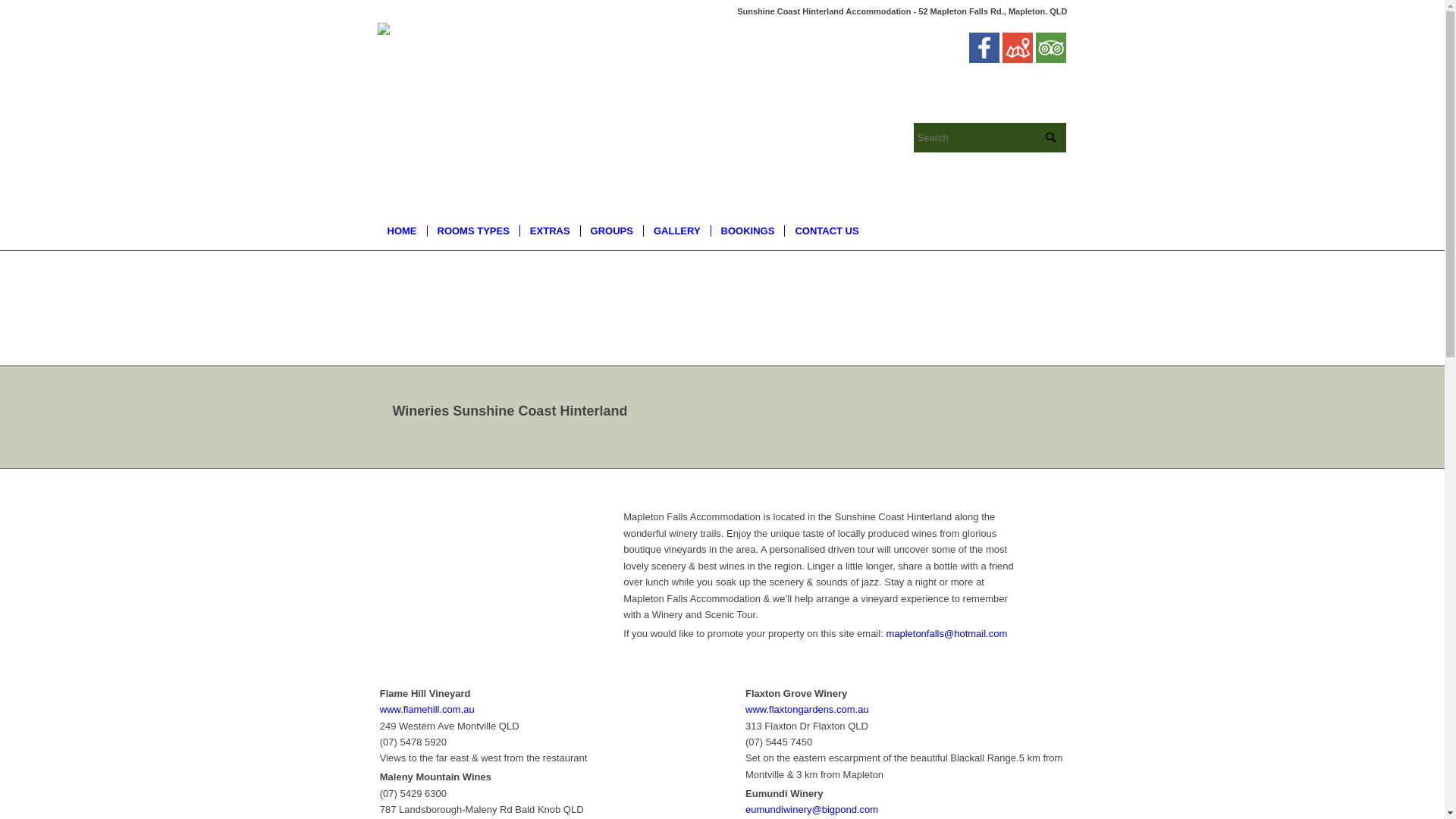 The width and height of the screenshot is (1456, 819). What do you see at coordinates (811, 808) in the screenshot?
I see `'eumundiwinery@bigpond.com'` at bounding box center [811, 808].